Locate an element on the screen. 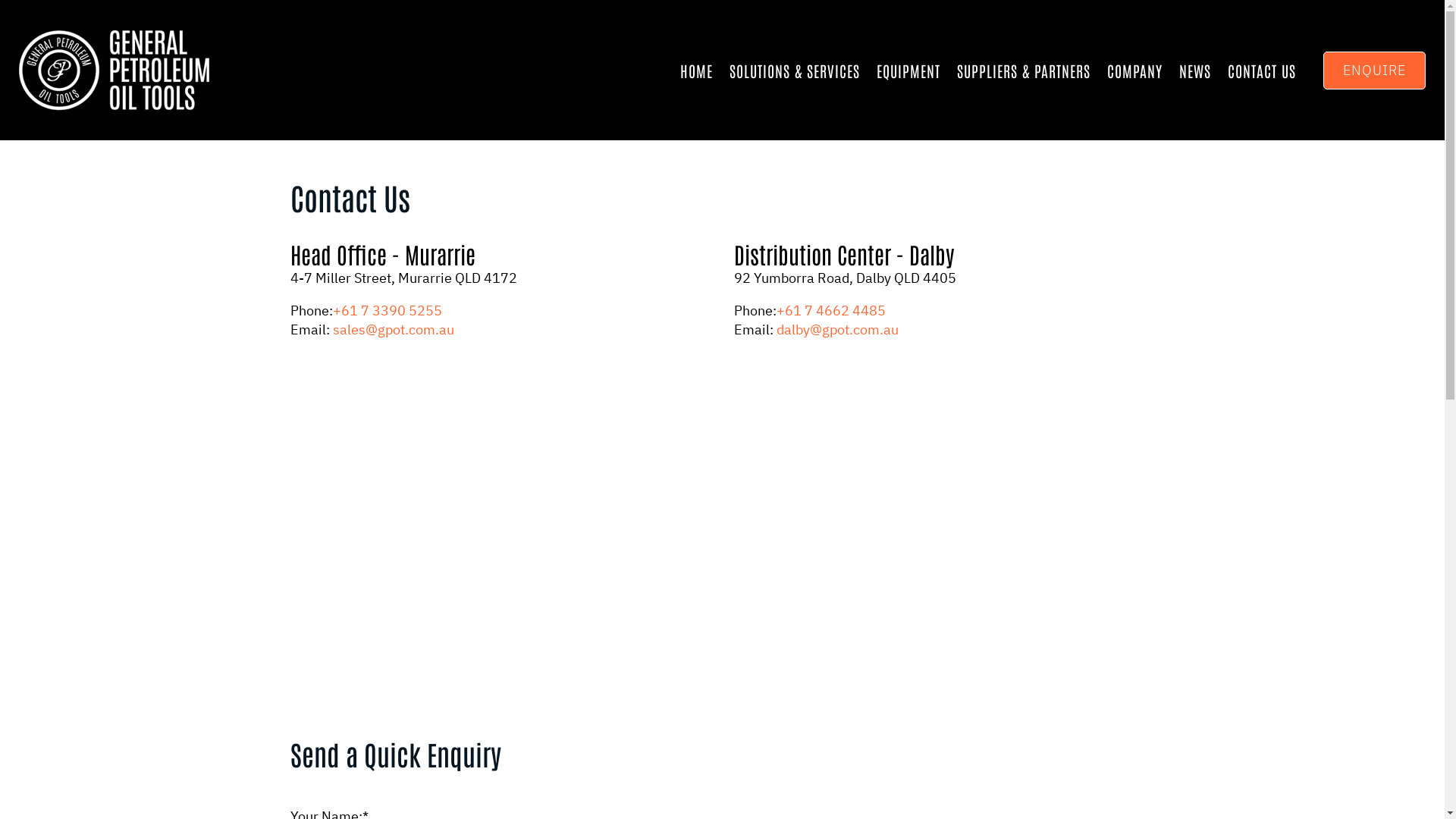 This screenshot has width=1456, height=819. 'SOLUTIONS & SERVICES' is located at coordinates (793, 70).